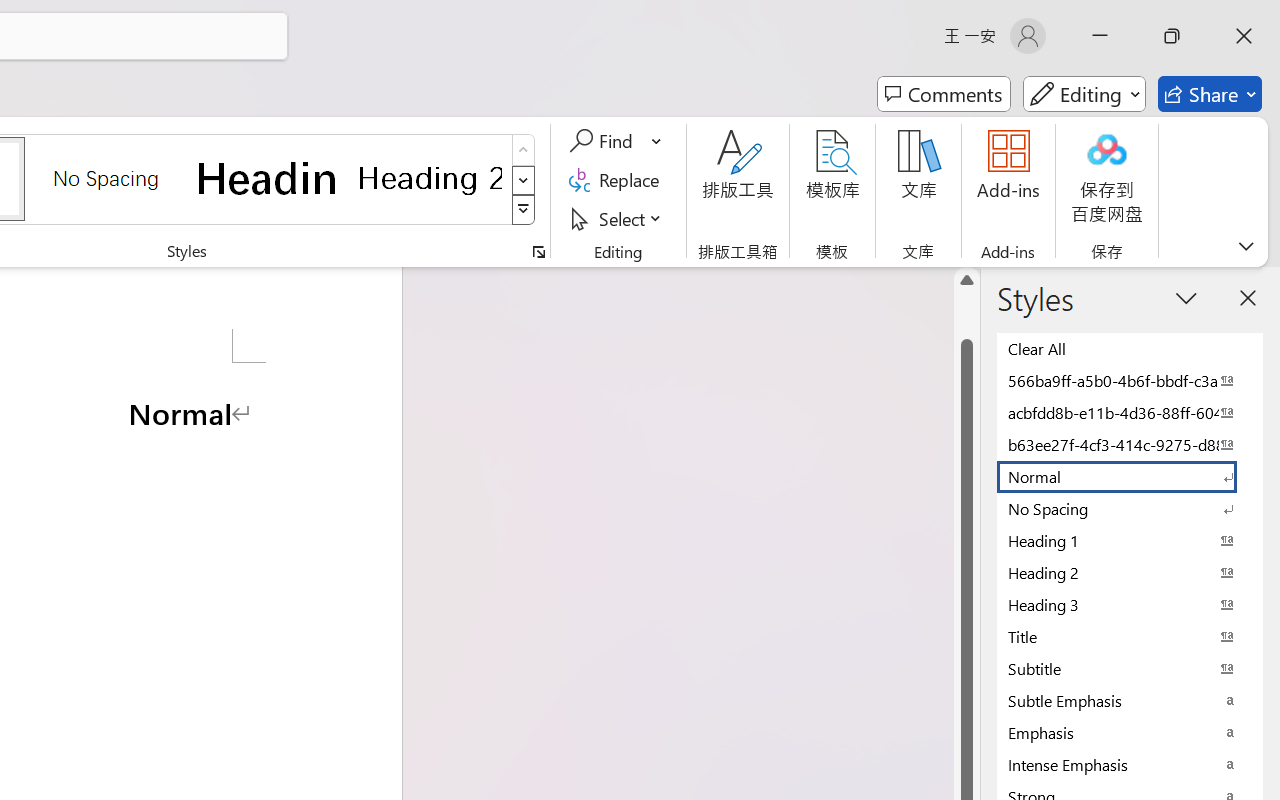  What do you see at coordinates (1130, 507) in the screenshot?
I see `'No Spacing'` at bounding box center [1130, 507].